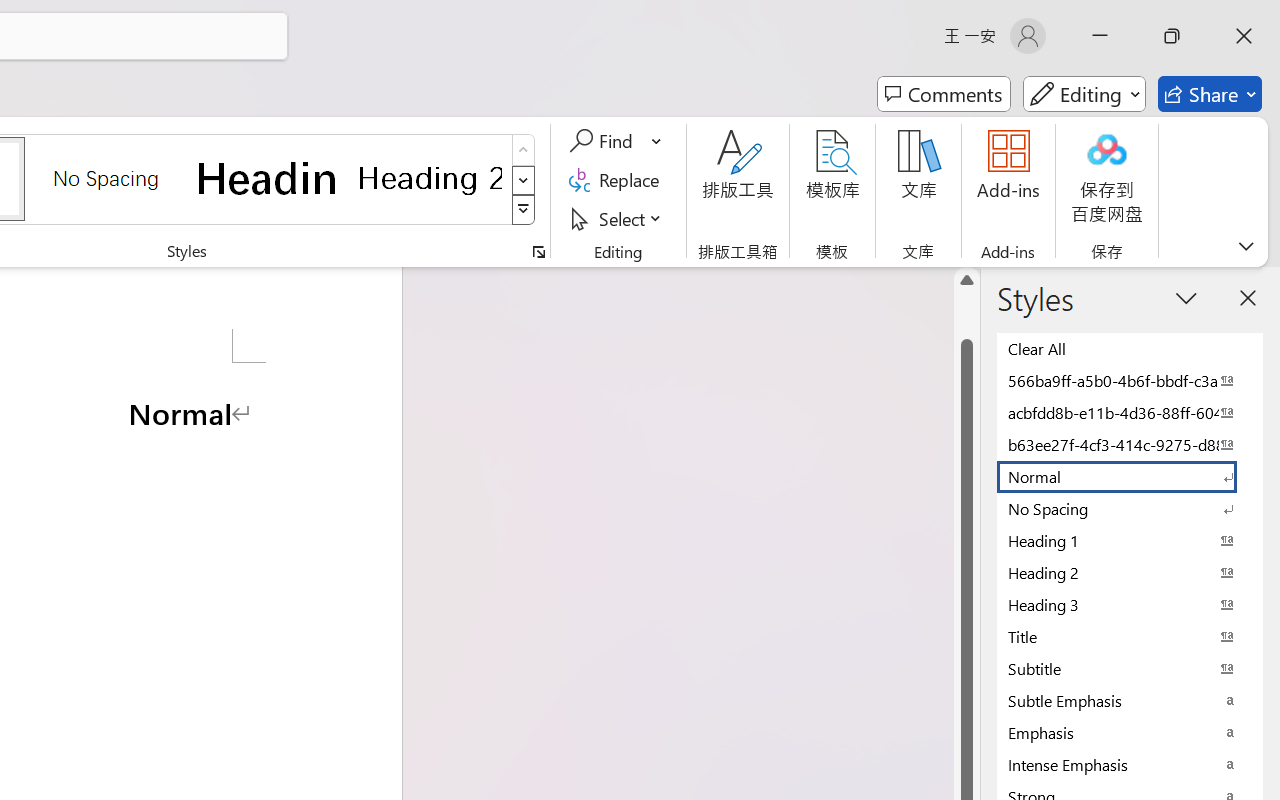  What do you see at coordinates (1130, 507) in the screenshot?
I see `'No Spacing'` at bounding box center [1130, 507].